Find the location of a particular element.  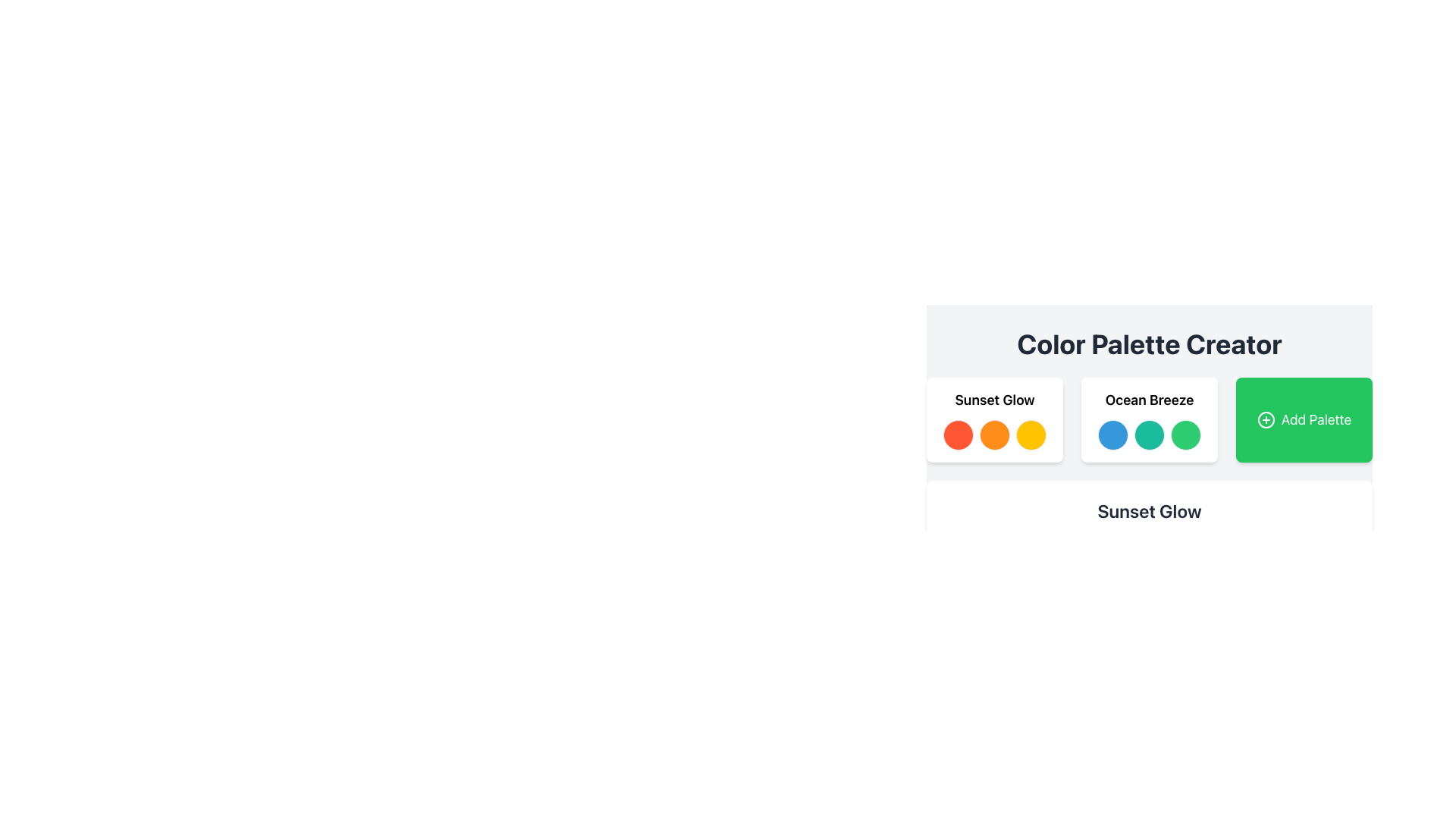

text displayed as 'Sunset Glow' which is in bold font style and centered within its section above a row of three circular elements is located at coordinates (994, 400).